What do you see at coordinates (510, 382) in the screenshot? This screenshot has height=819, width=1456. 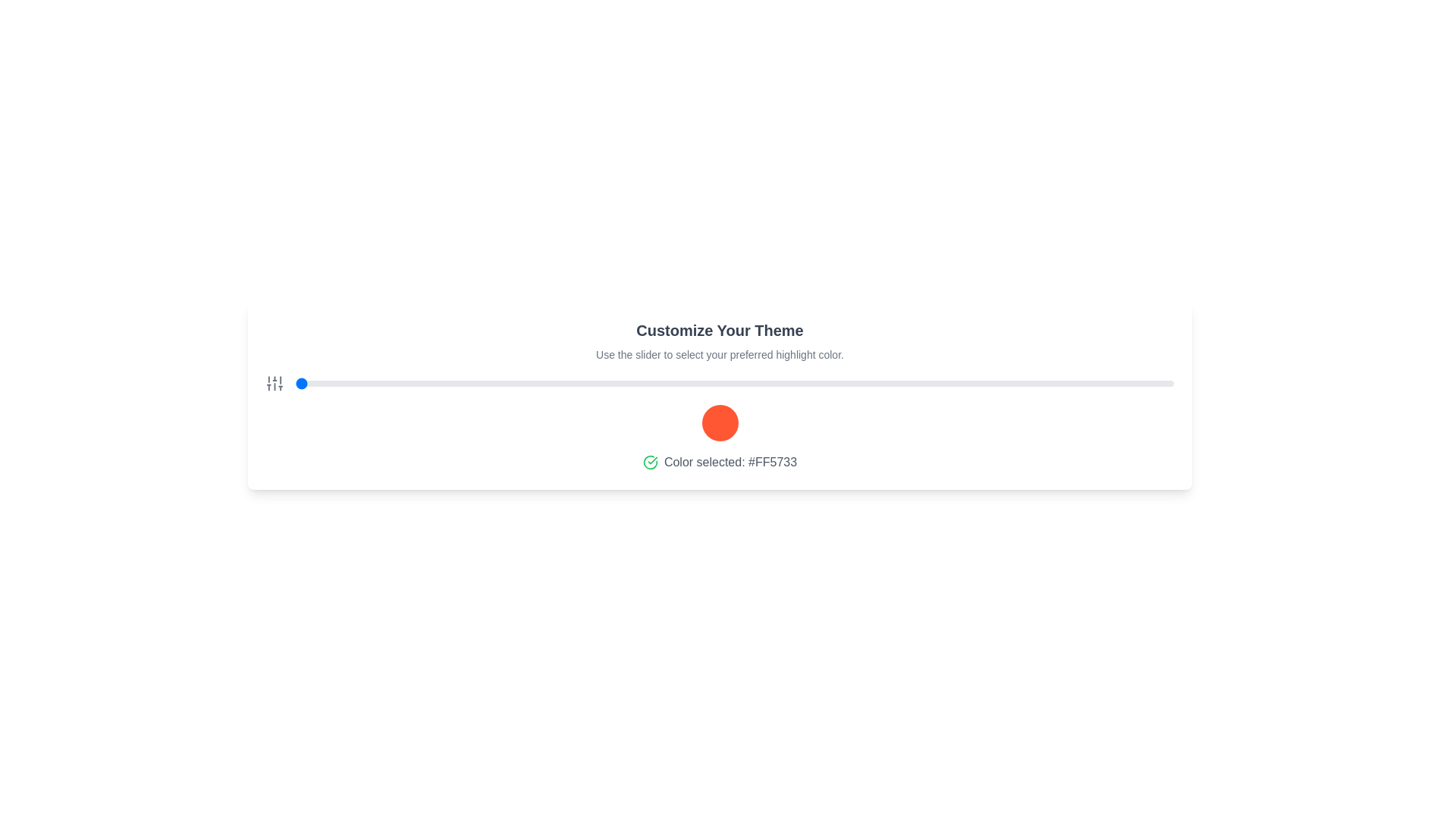 I see `the slider value` at bounding box center [510, 382].